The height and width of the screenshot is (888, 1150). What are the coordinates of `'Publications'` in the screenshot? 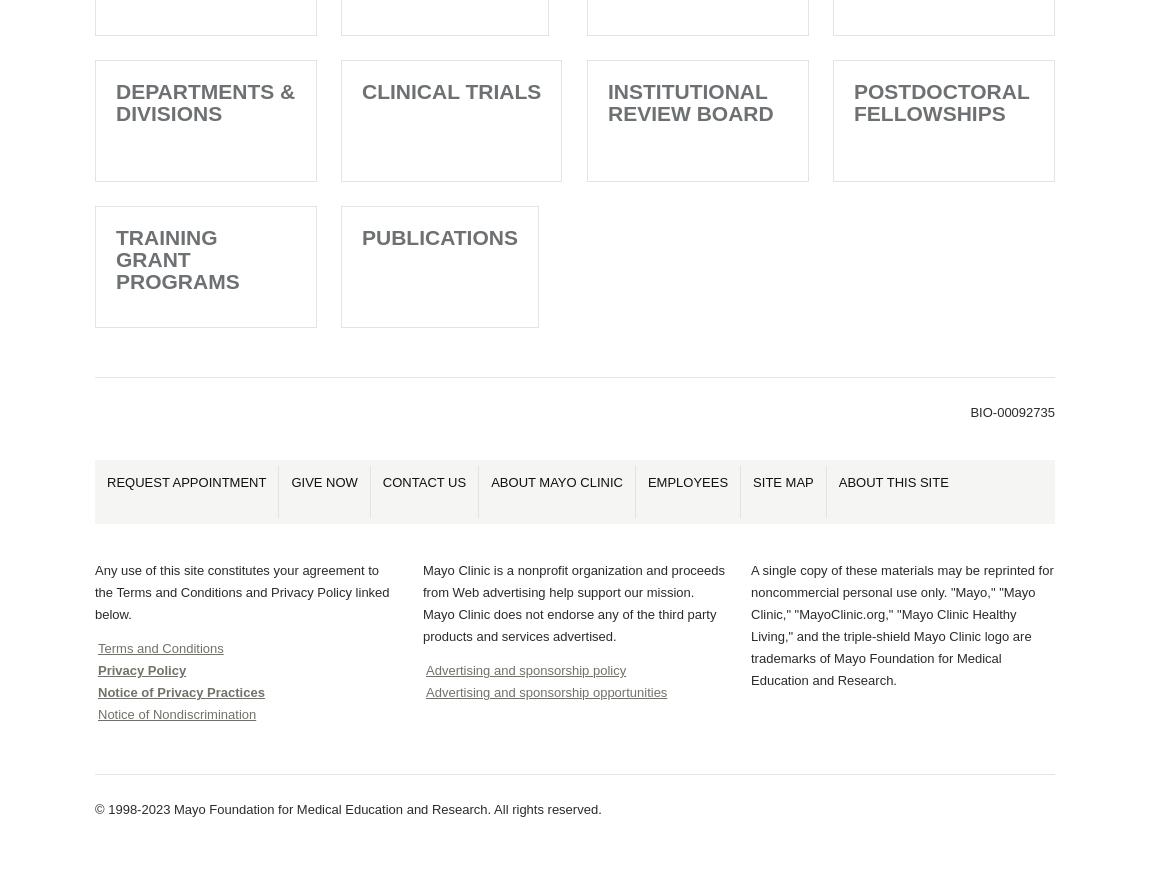 It's located at (439, 237).